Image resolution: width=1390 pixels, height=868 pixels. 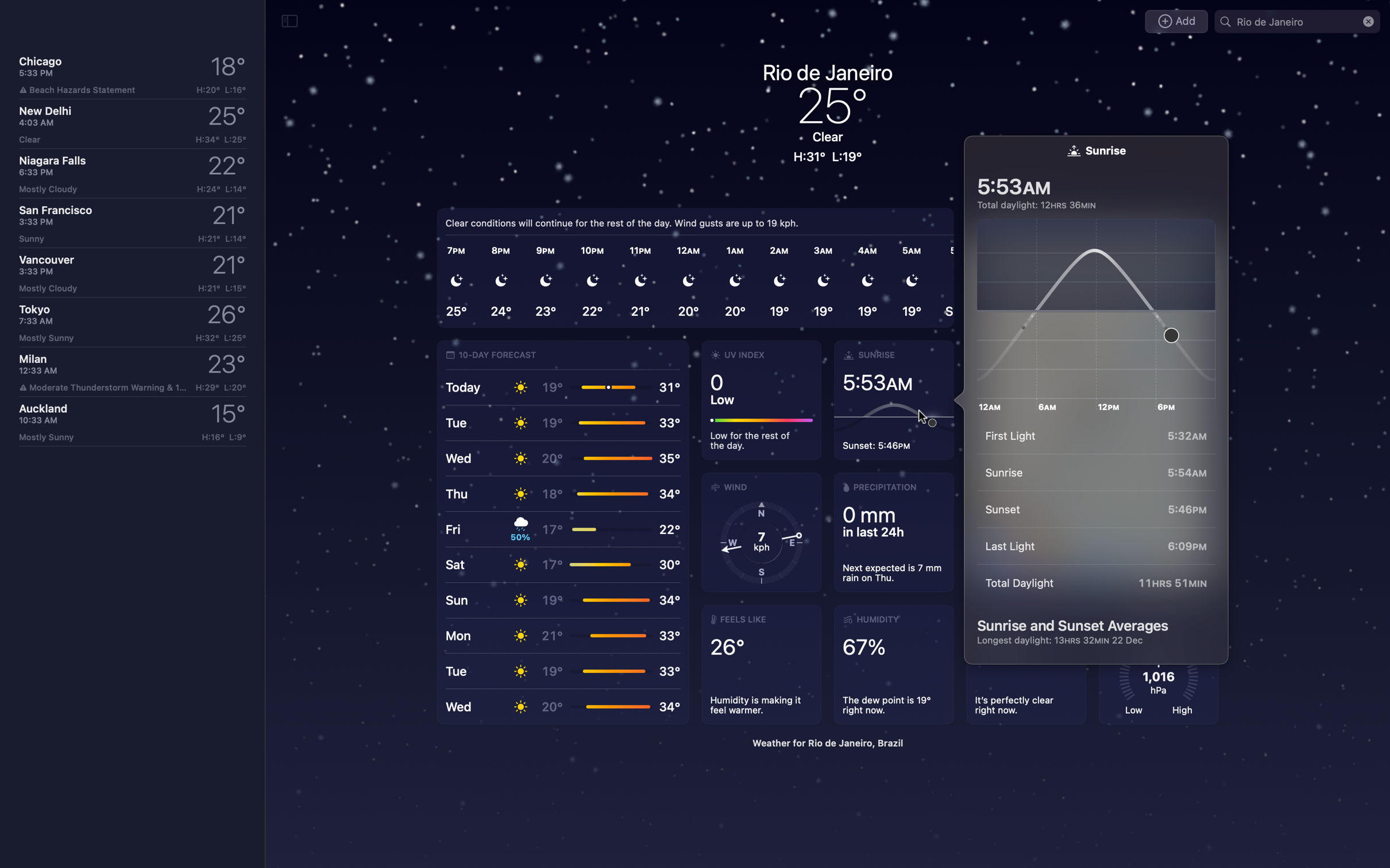 What do you see at coordinates (892, 532) in the screenshot?
I see `View more details about precipitation` at bounding box center [892, 532].